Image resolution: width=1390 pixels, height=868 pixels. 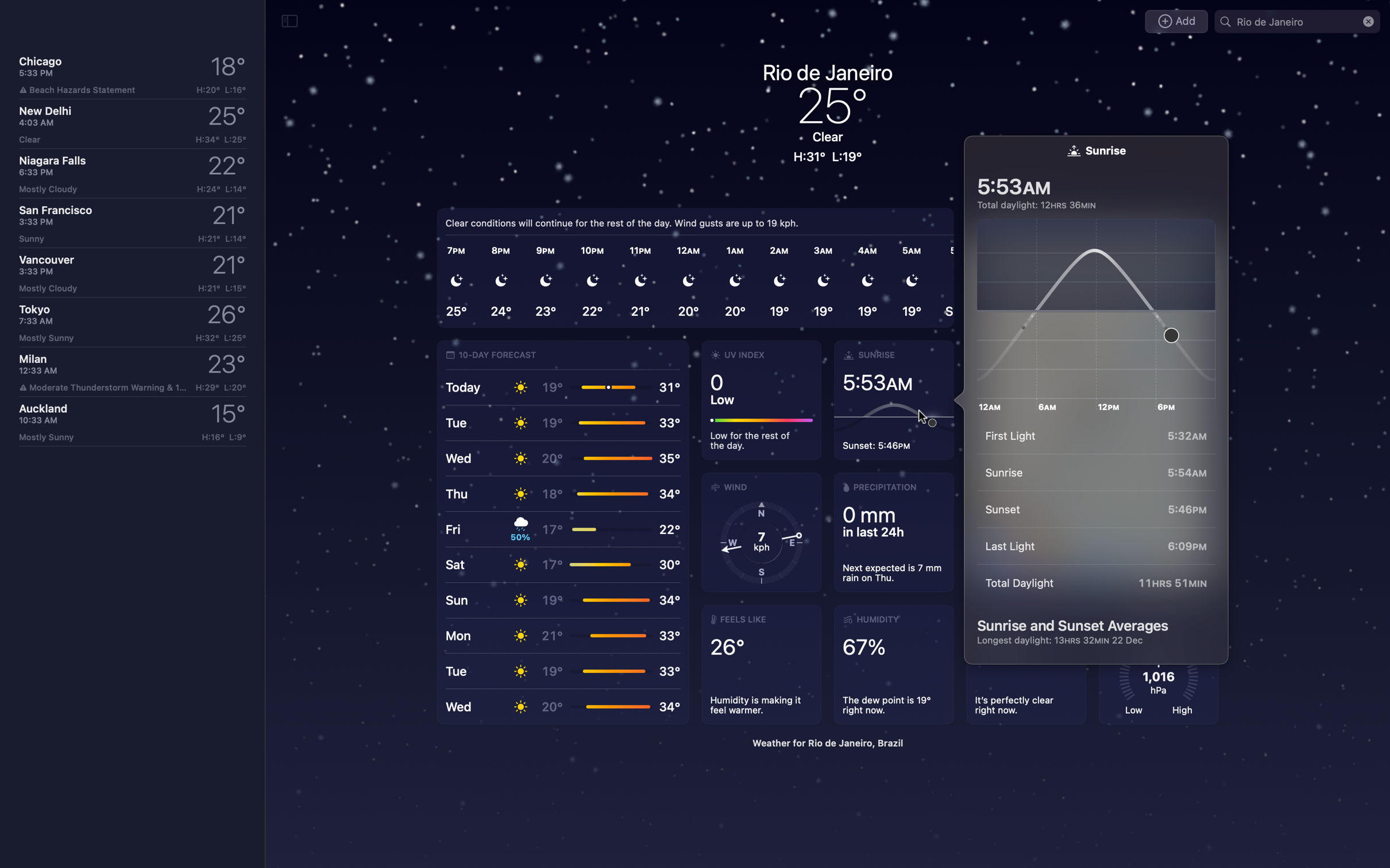 What do you see at coordinates (892, 532) in the screenshot?
I see `View more details about precipitation` at bounding box center [892, 532].